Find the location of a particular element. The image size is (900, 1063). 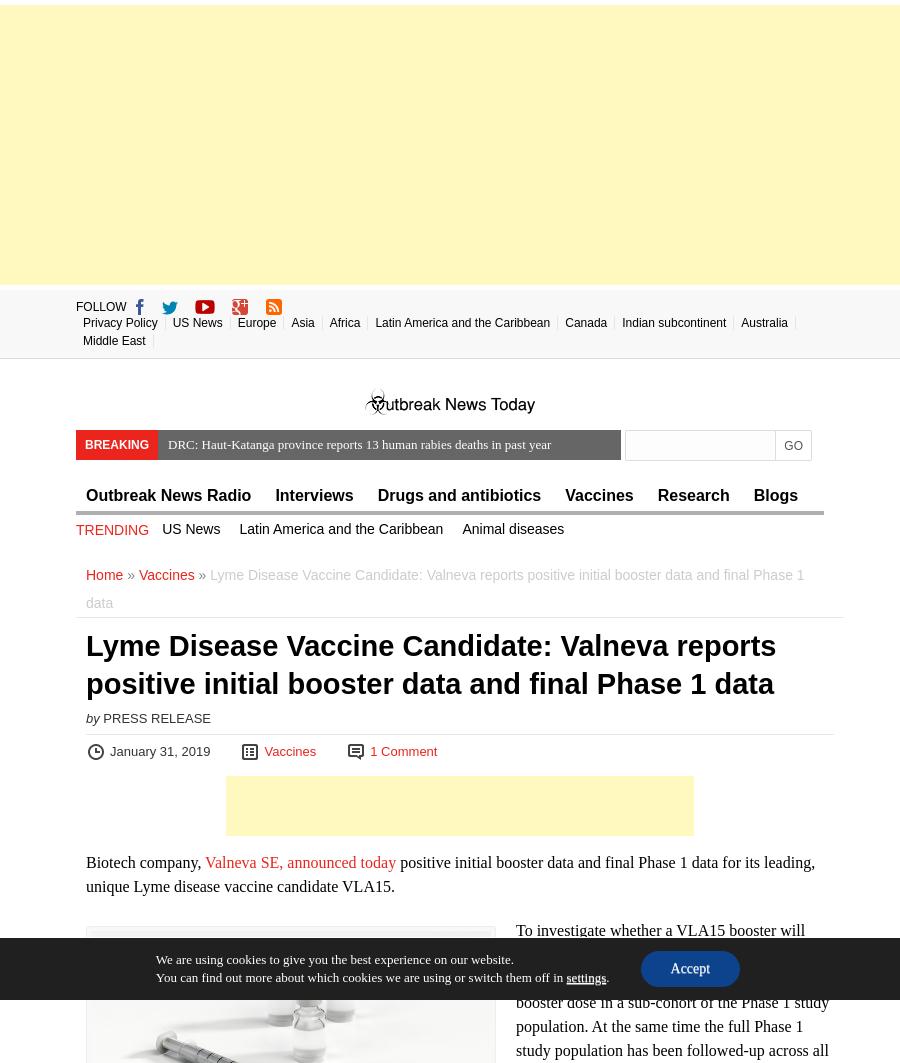

'Research' is located at coordinates (657, 495).